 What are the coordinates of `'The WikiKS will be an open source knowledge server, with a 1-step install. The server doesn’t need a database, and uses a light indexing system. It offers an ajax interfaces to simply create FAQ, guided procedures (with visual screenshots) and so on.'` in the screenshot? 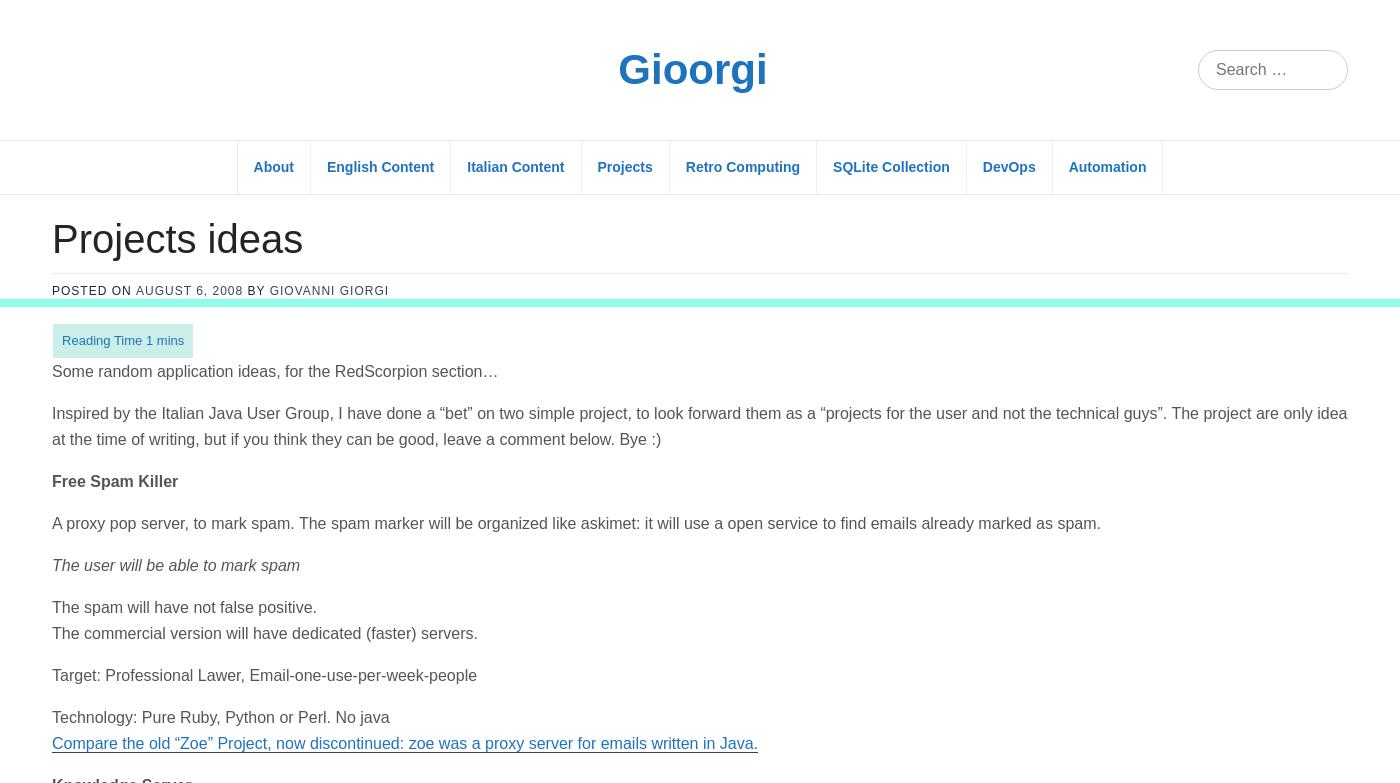 It's located at (694, 549).